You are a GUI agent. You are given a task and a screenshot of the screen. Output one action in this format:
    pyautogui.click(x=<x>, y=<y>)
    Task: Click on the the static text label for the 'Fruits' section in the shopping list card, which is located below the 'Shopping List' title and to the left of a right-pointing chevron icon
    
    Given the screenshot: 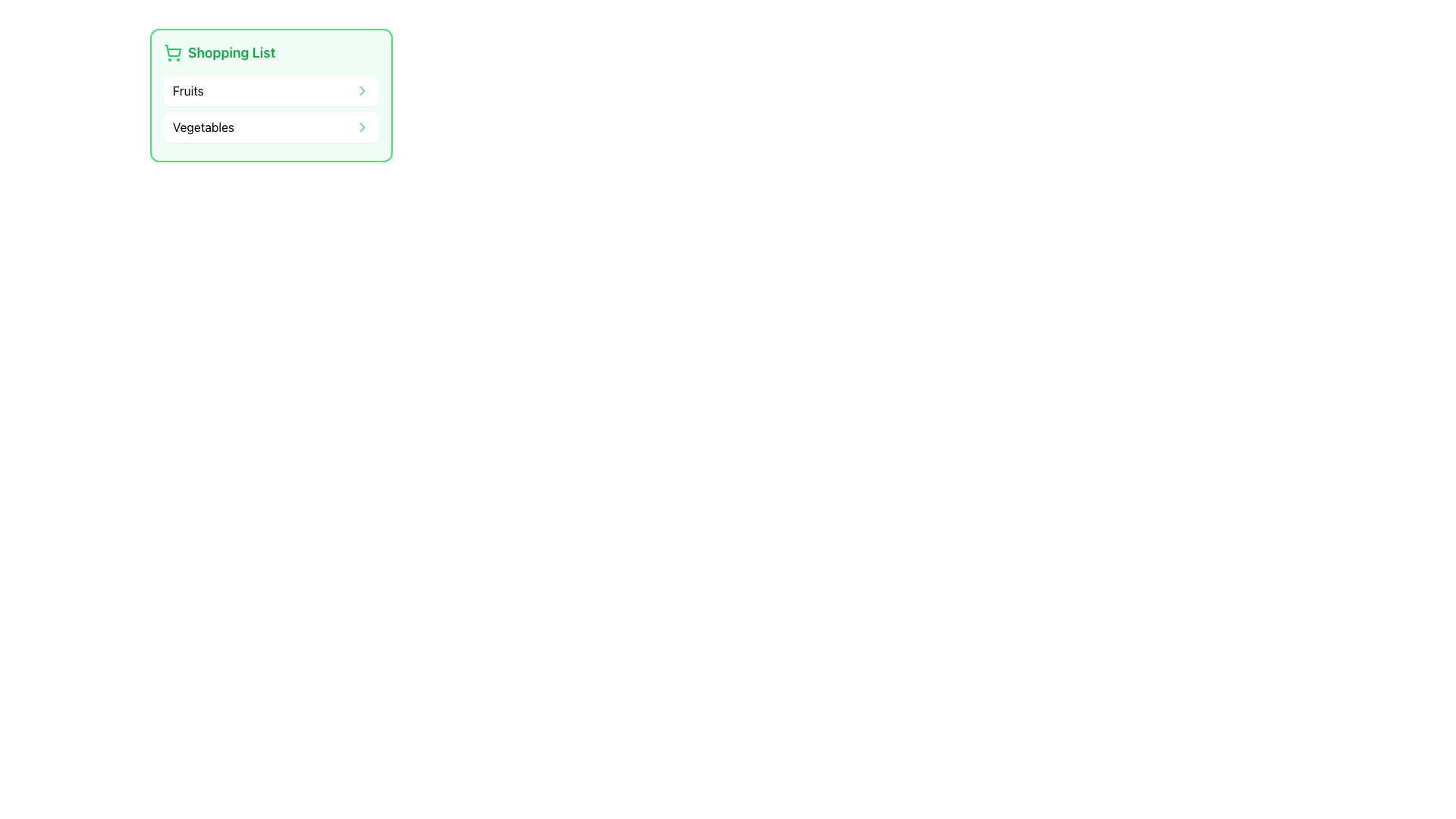 What is the action you would take?
    pyautogui.click(x=187, y=90)
    